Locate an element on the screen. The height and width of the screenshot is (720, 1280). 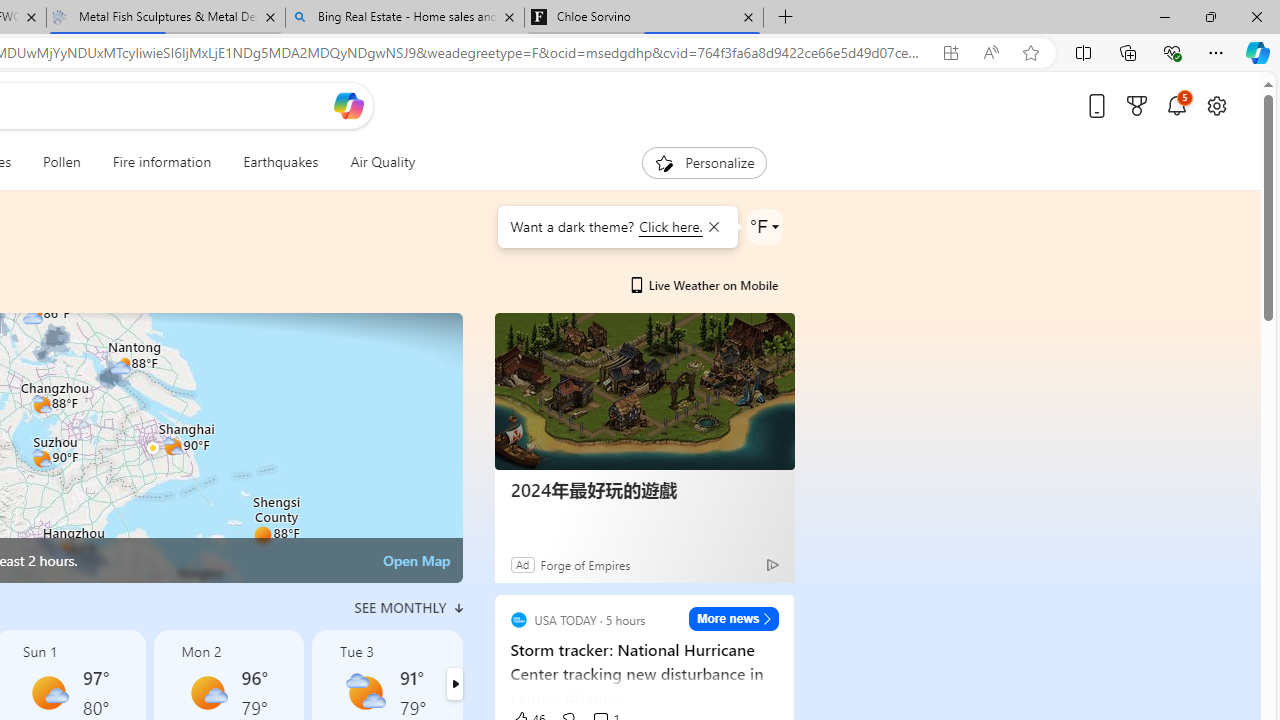
'Personalize' is located at coordinates (704, 162).